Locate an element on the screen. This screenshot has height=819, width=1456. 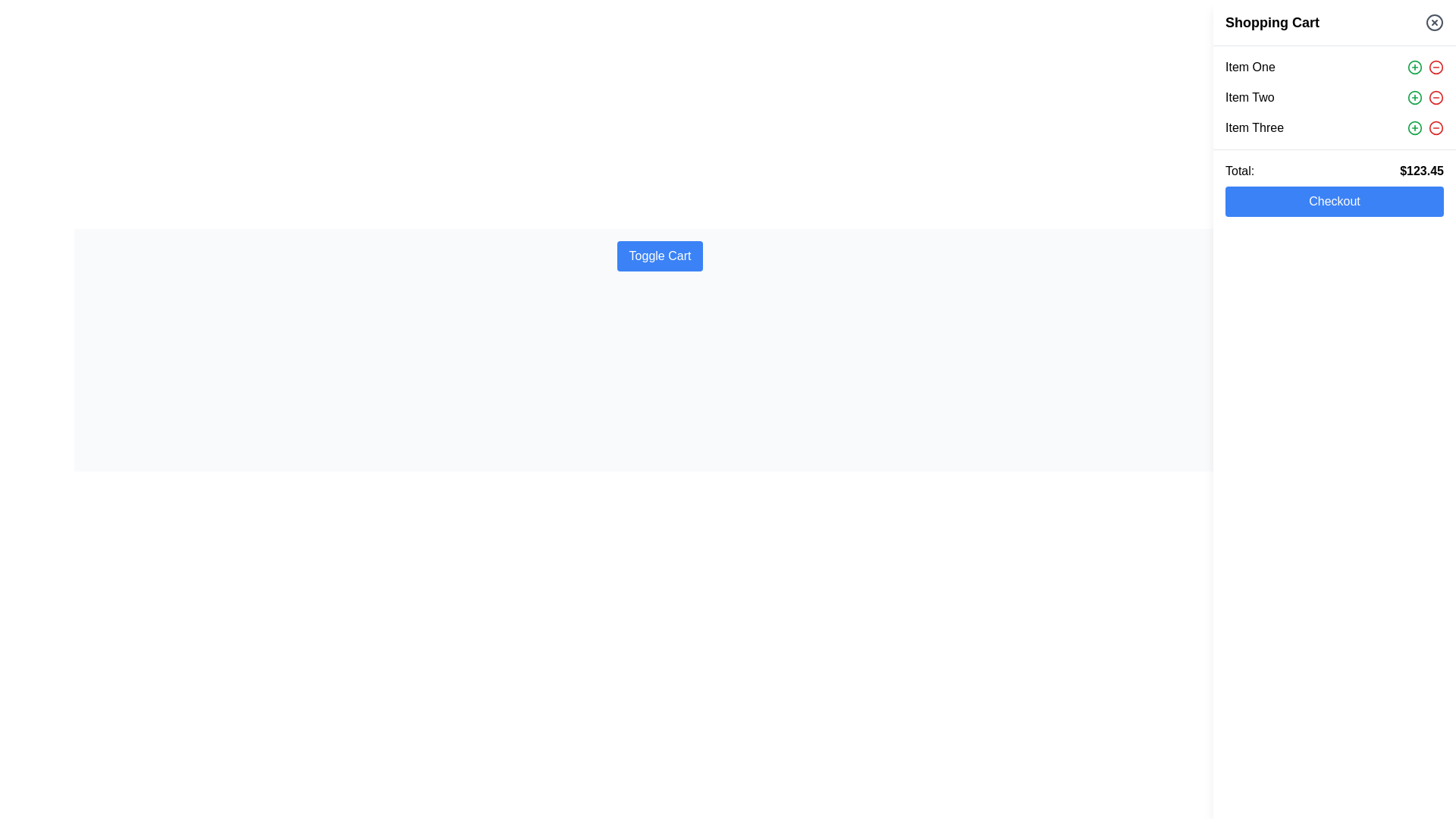
the text label displaying the name of the second item in the shopping cart, which is positioned between 'Item One' and 'Item Three' is located at coordinates (1250, 97).